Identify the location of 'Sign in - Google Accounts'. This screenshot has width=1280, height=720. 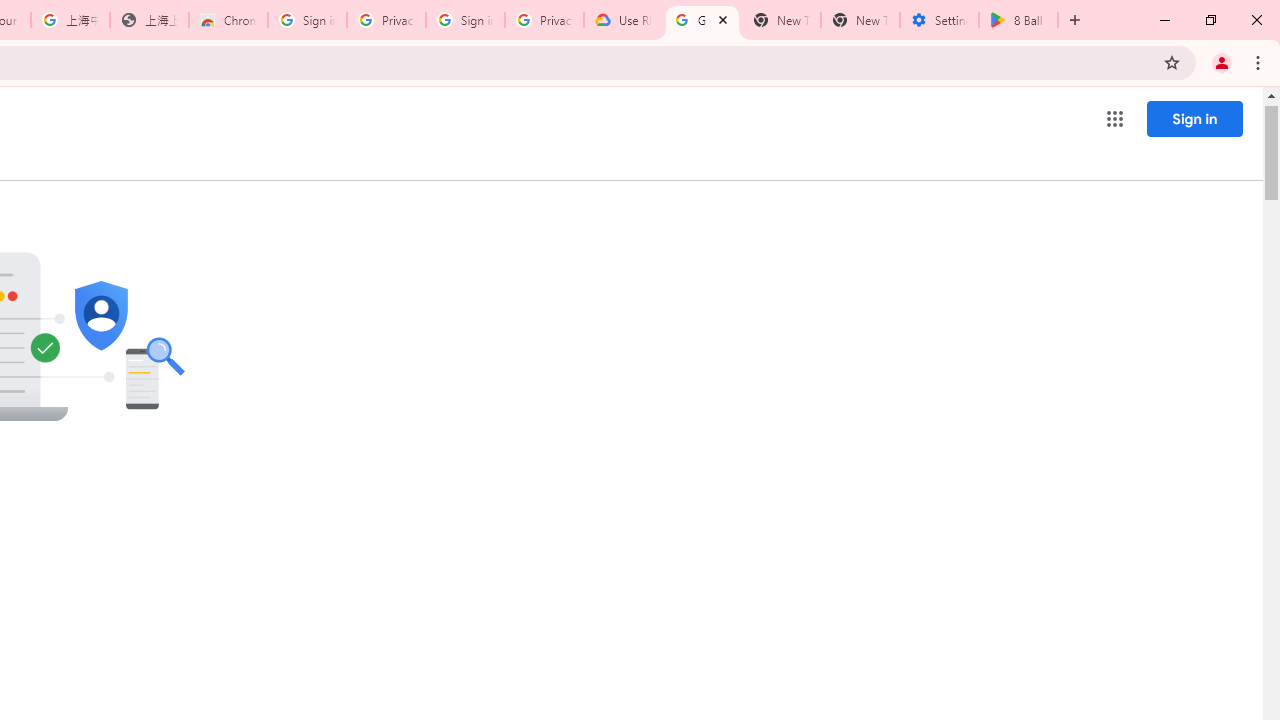
(464, 20).